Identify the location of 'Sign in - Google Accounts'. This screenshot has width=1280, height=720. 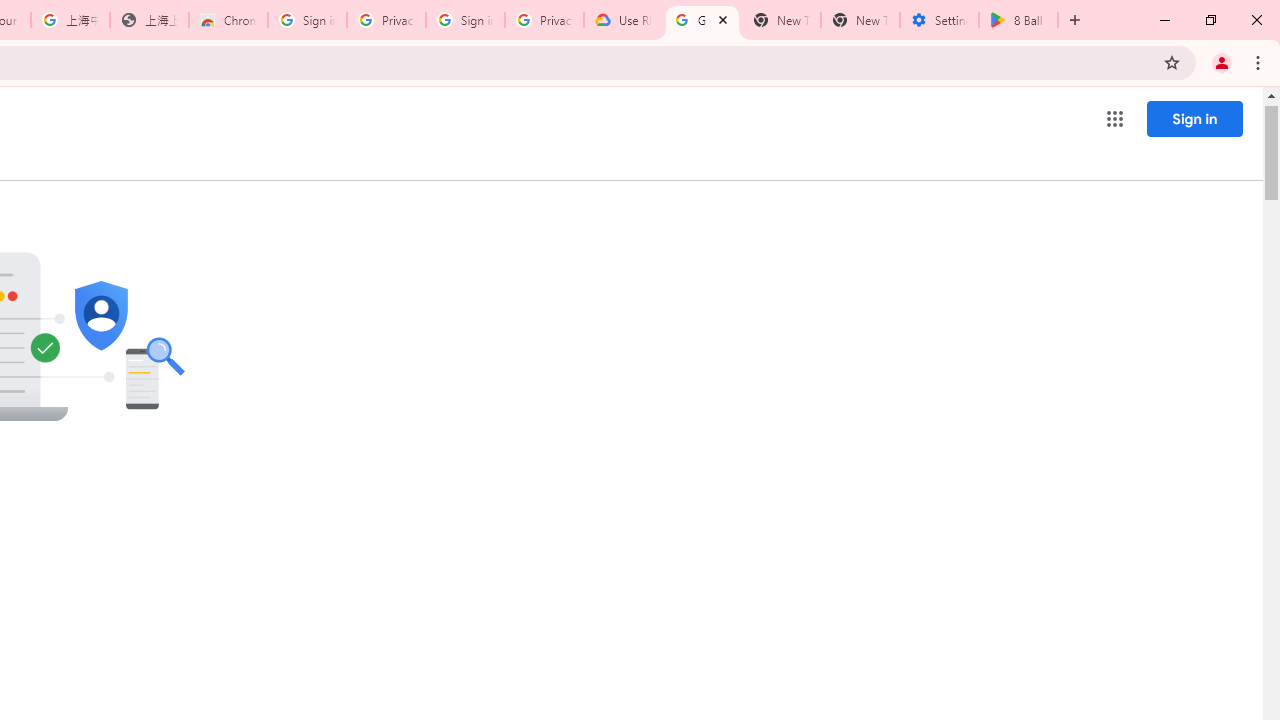
(464, 20).